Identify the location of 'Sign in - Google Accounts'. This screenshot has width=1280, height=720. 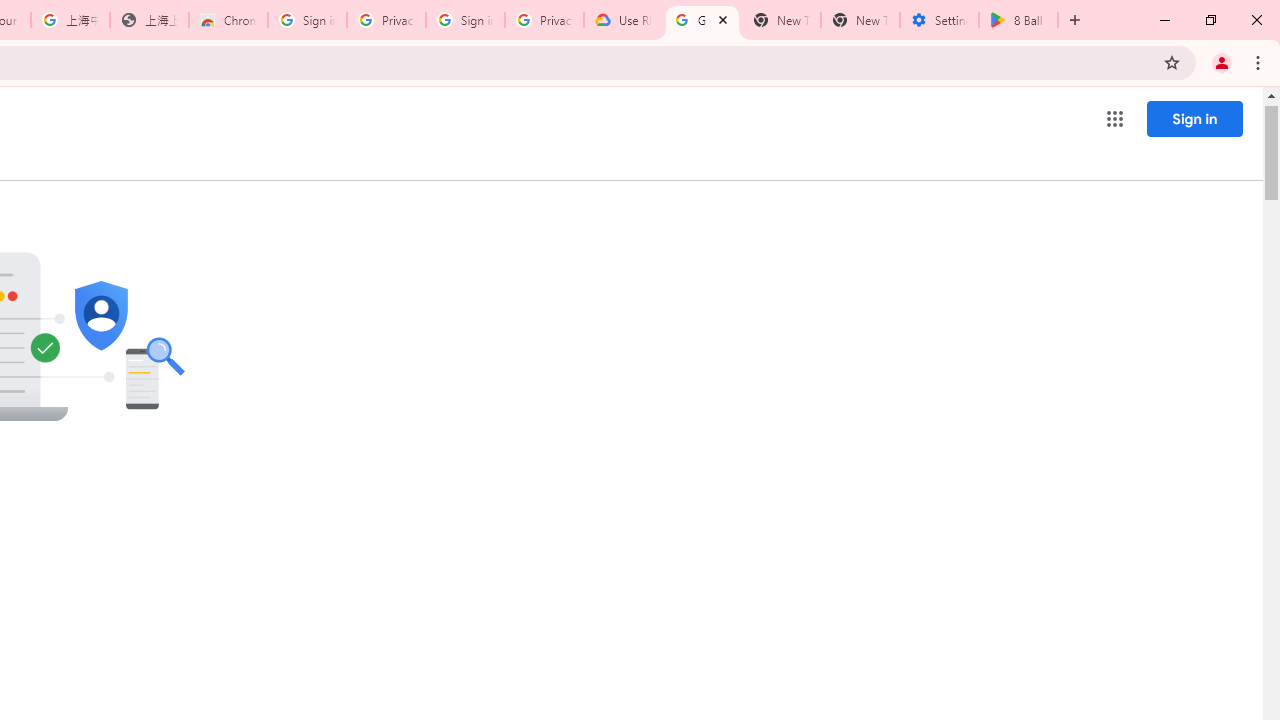
(464, 20).